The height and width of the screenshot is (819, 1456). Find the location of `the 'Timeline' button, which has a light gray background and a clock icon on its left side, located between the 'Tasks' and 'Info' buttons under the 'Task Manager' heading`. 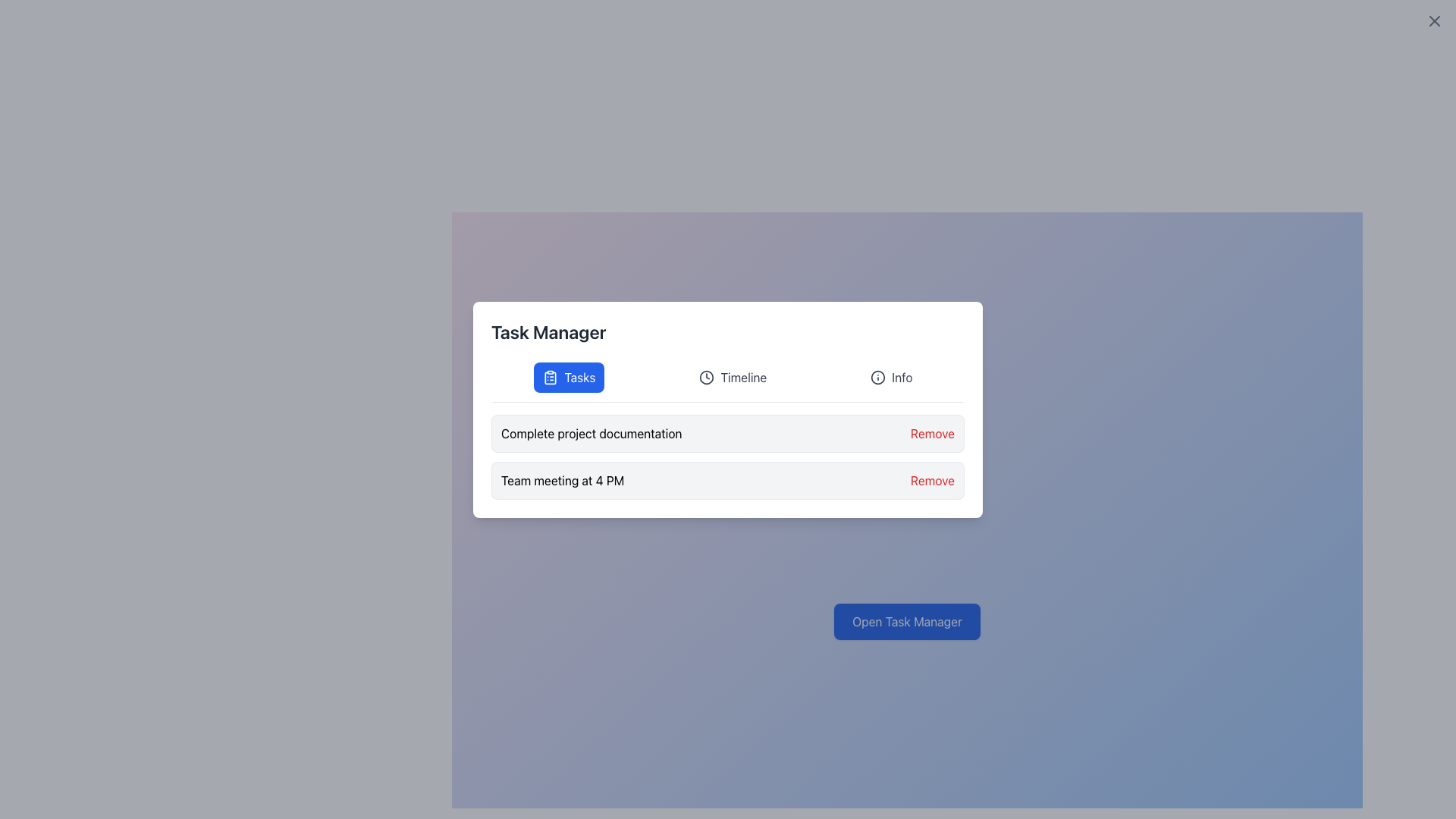

the 'Timeline' button, which has a light gray background and a clock icon on its left side, located between the 'Tasks' and 'Info' buttons under the 'Task Manager' heading is located at coordinates (733, 376).